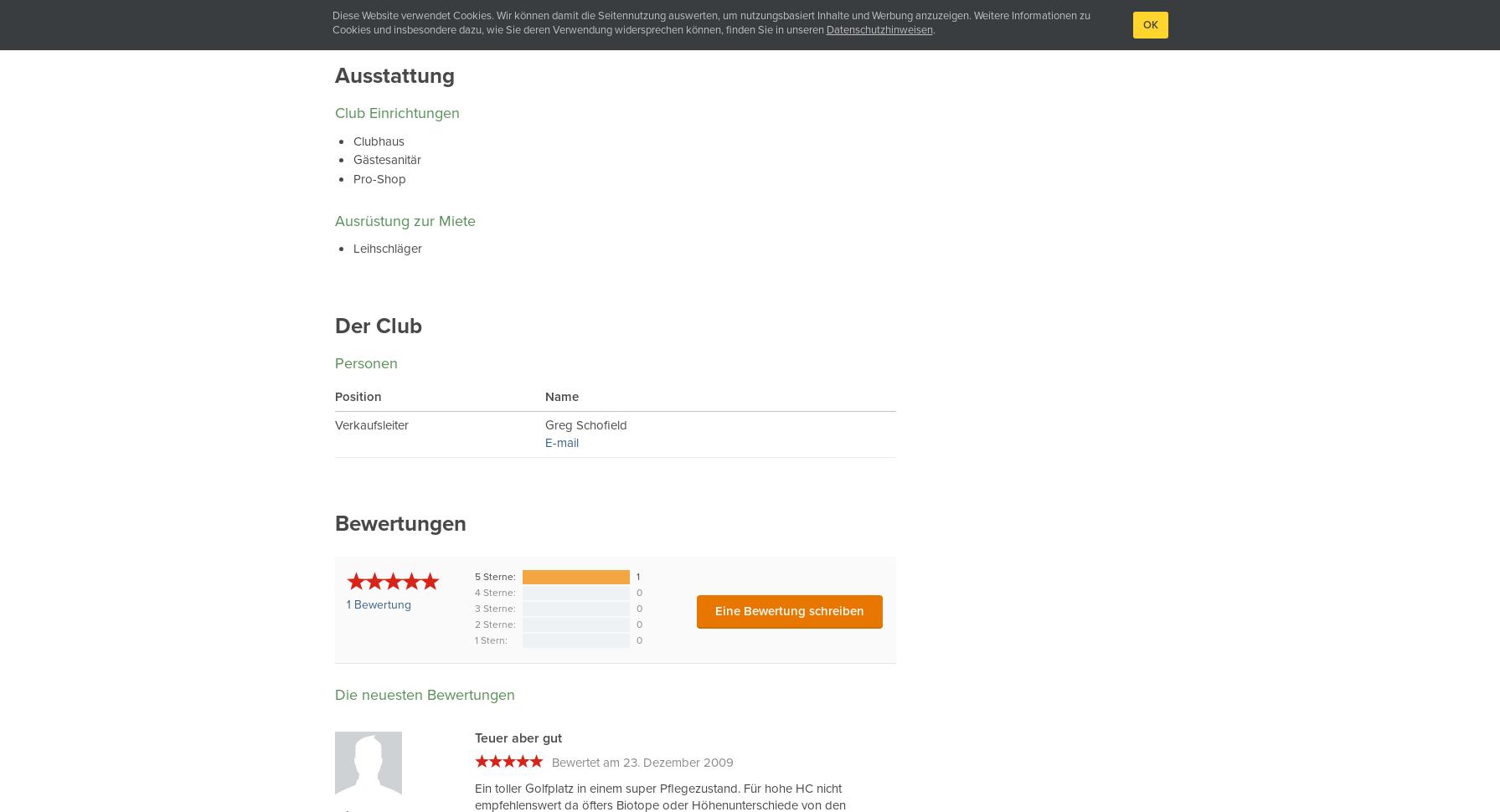  I want to click on 'Leihschläger', so click(387, 249).